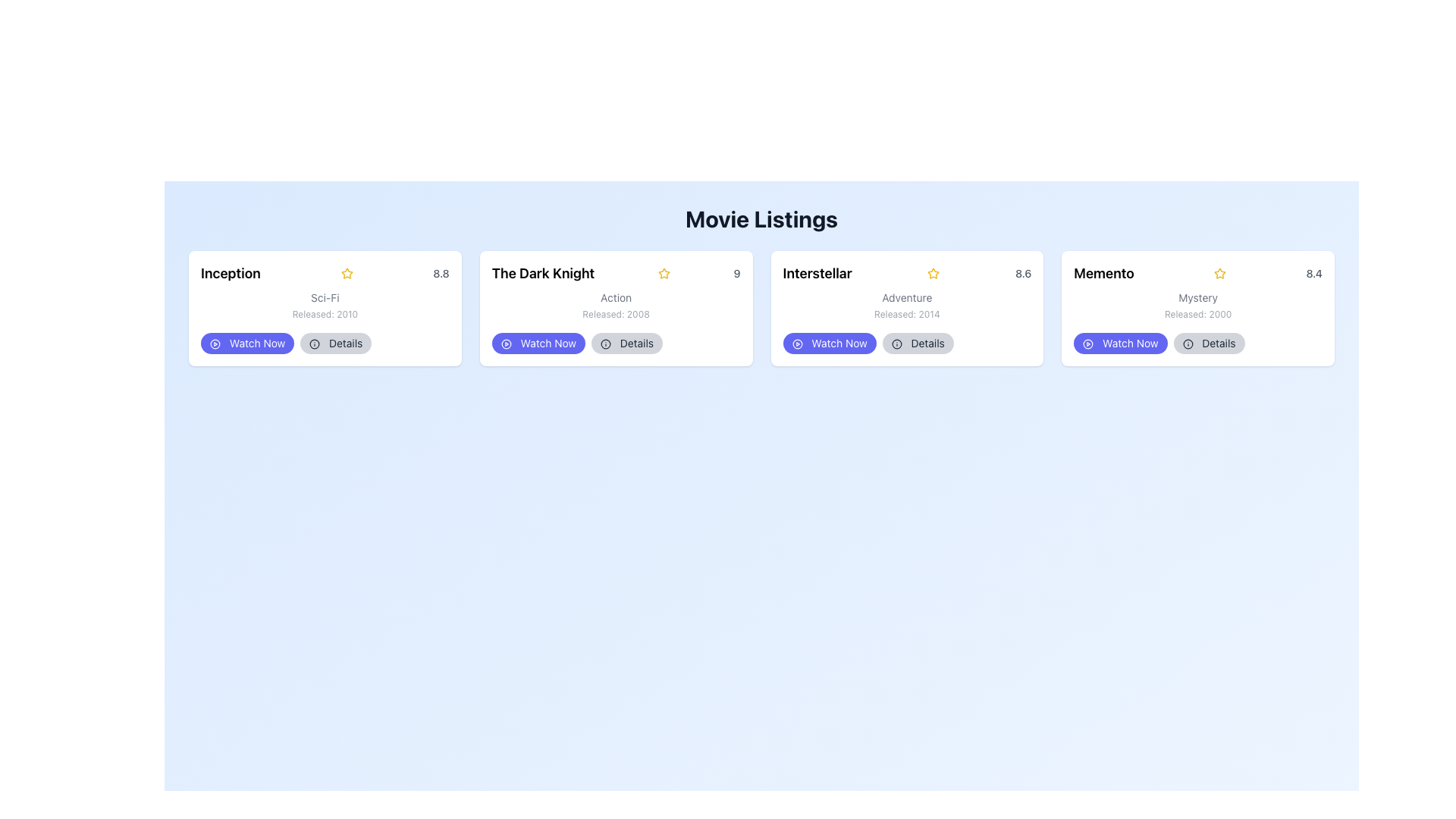 This screenshot has height=819, width=1456. I want to click on the 'Watch Now' button, which is a light purple rounded rectangular button with white text and a play icon, located in the rightmost movie card under the title 'Memento', so click(1120, 343).